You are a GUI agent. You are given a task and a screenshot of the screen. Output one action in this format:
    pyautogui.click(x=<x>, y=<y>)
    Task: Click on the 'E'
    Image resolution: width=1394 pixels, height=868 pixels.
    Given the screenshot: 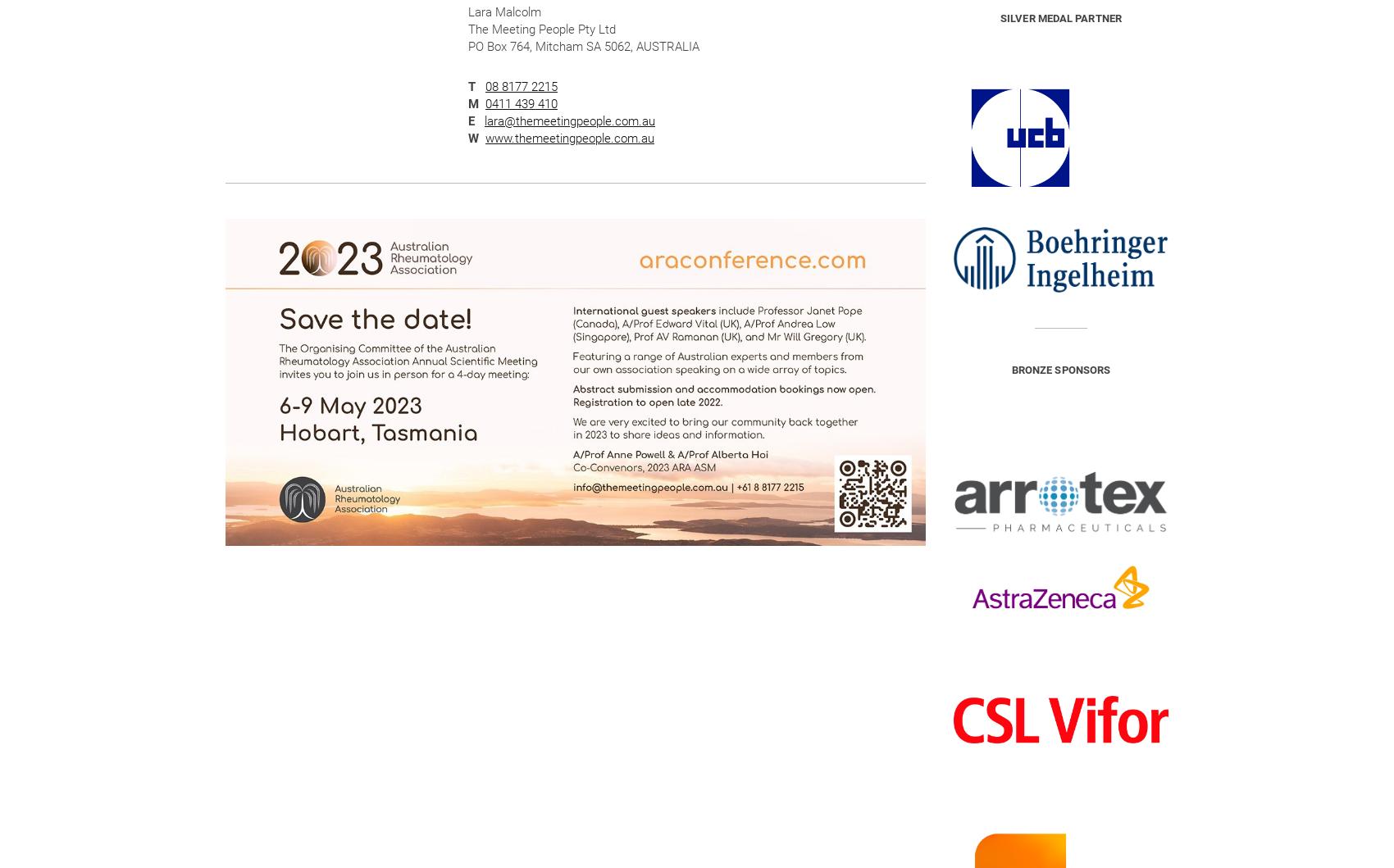 What is the action you would take?
    pyautogui.click(x=471, y=120)
    